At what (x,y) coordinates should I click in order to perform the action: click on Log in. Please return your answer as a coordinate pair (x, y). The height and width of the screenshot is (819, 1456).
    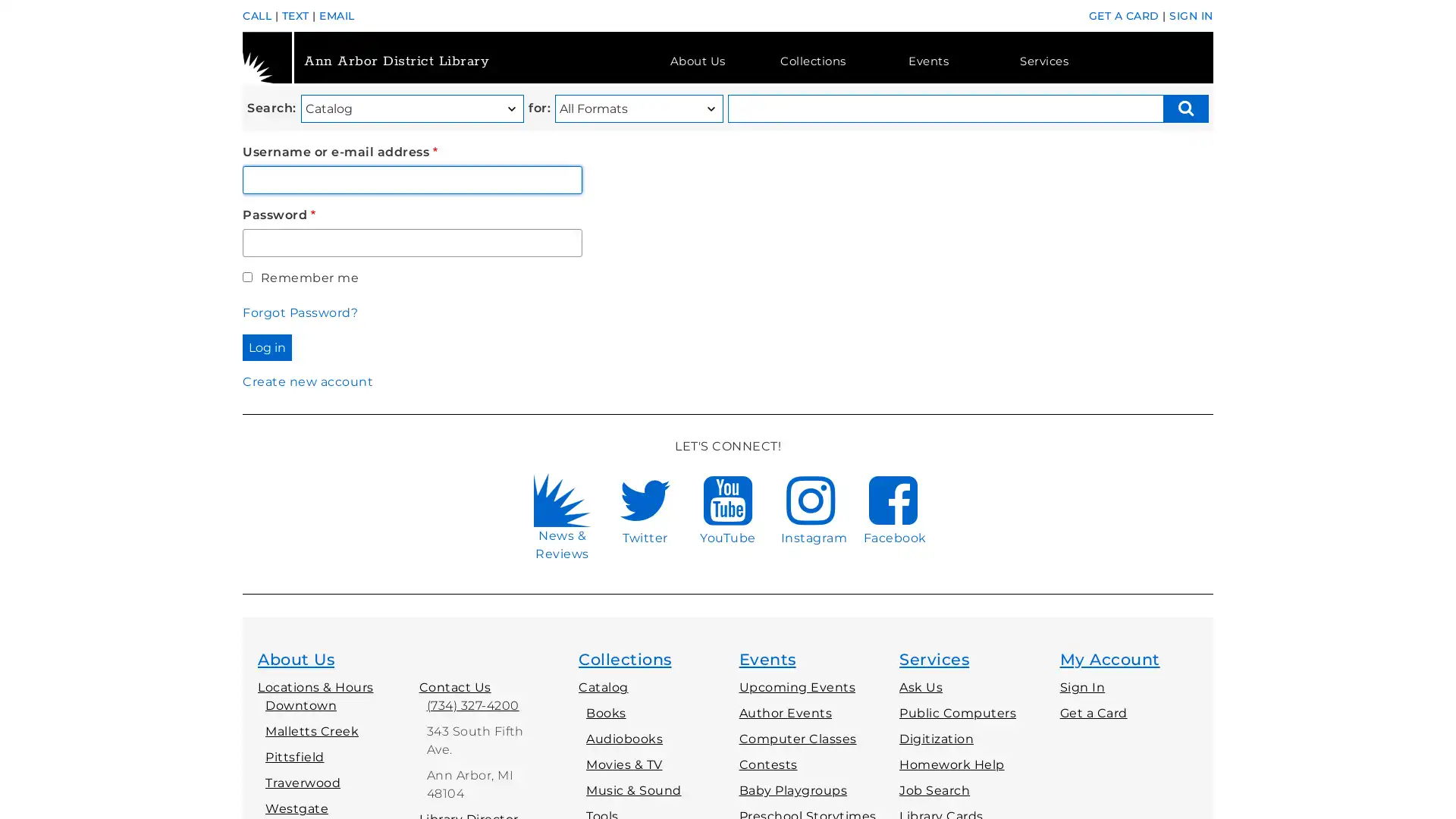
    Looking at the image, I should click on (267, 347).